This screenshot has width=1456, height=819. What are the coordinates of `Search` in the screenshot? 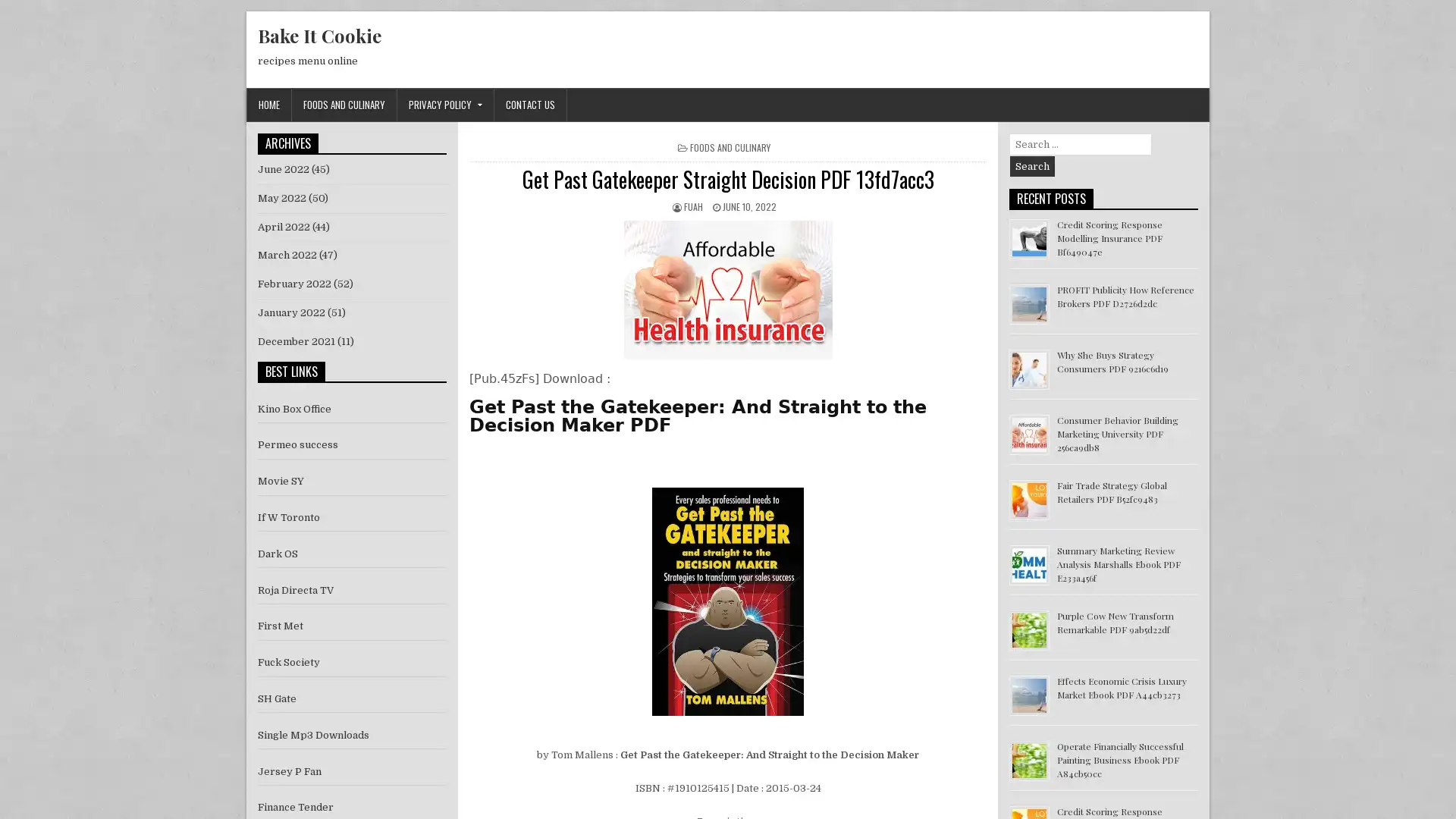 It's located at (1031, 166).